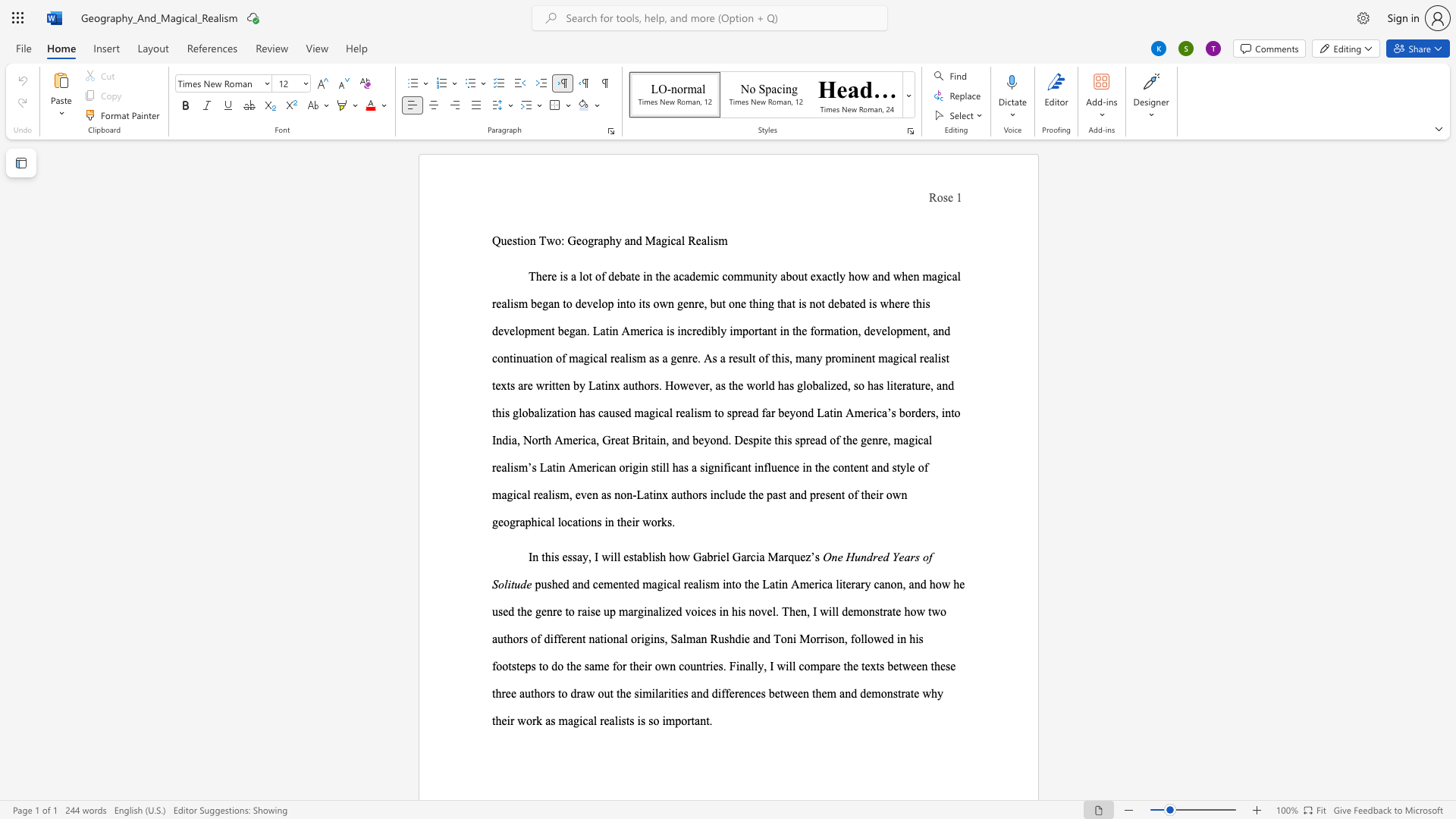 The image size is (1456, 819). I want to click on the 1th character "R" in the text, so click(691, 240).